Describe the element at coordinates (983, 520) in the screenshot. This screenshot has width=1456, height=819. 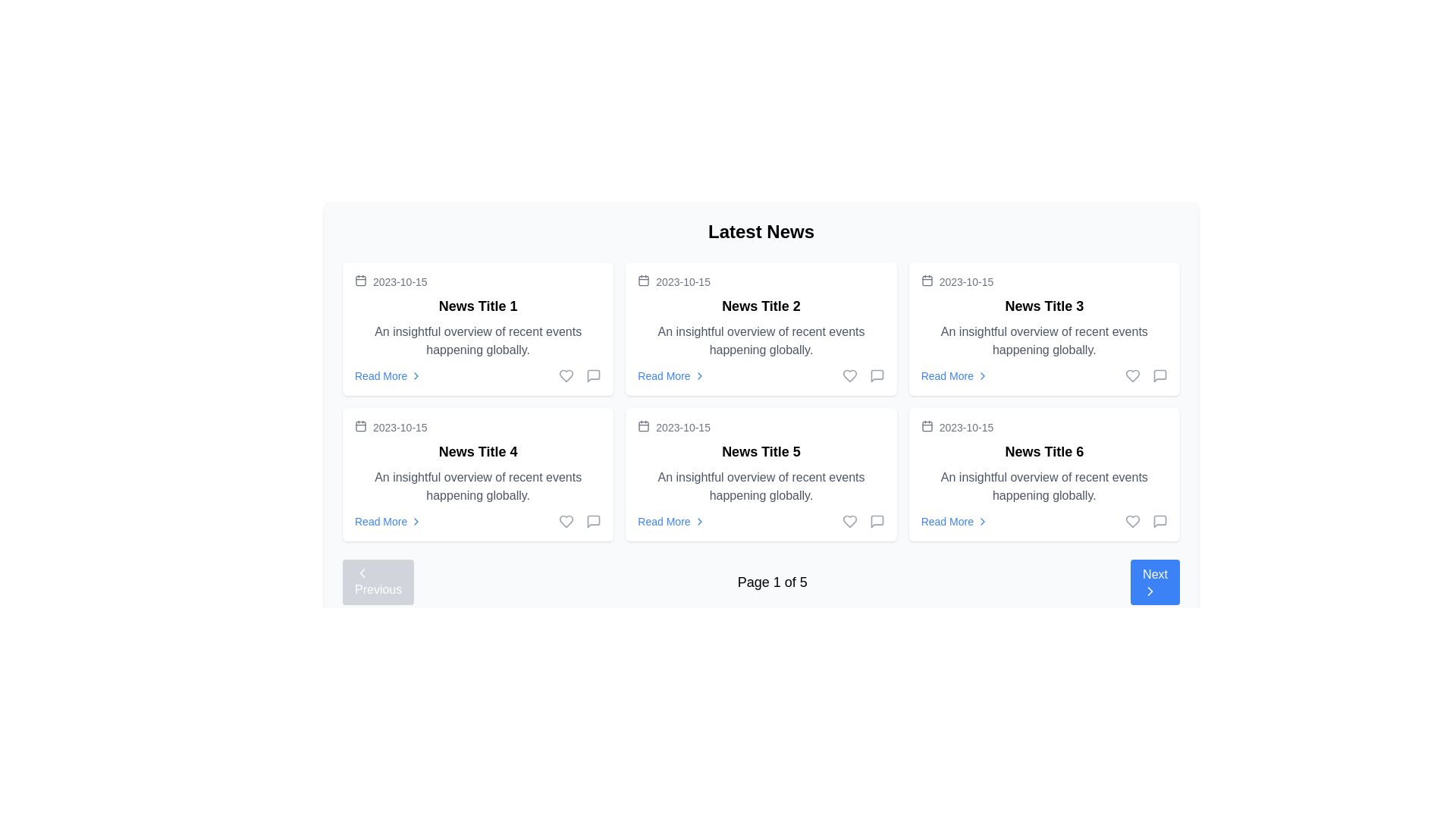
I see `the icon associated with the 'Read More' button for 'News Title 6', located in the bottom-right corner of the card` at that location.